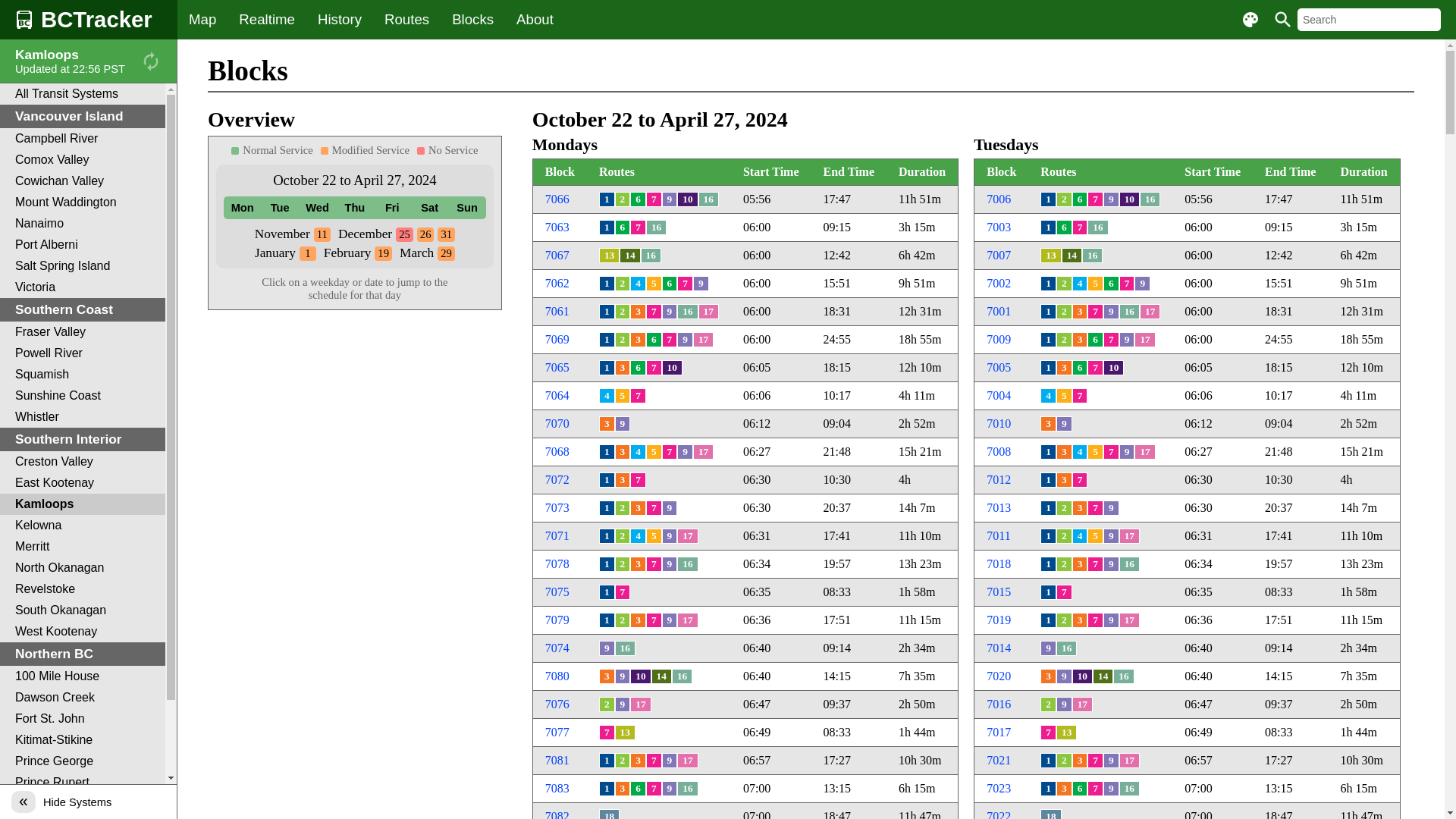 This screenshot has height=819, width=1456. Describe the element at coordinates (1040, 368) in the screenshot. I see `'1'` at that location.